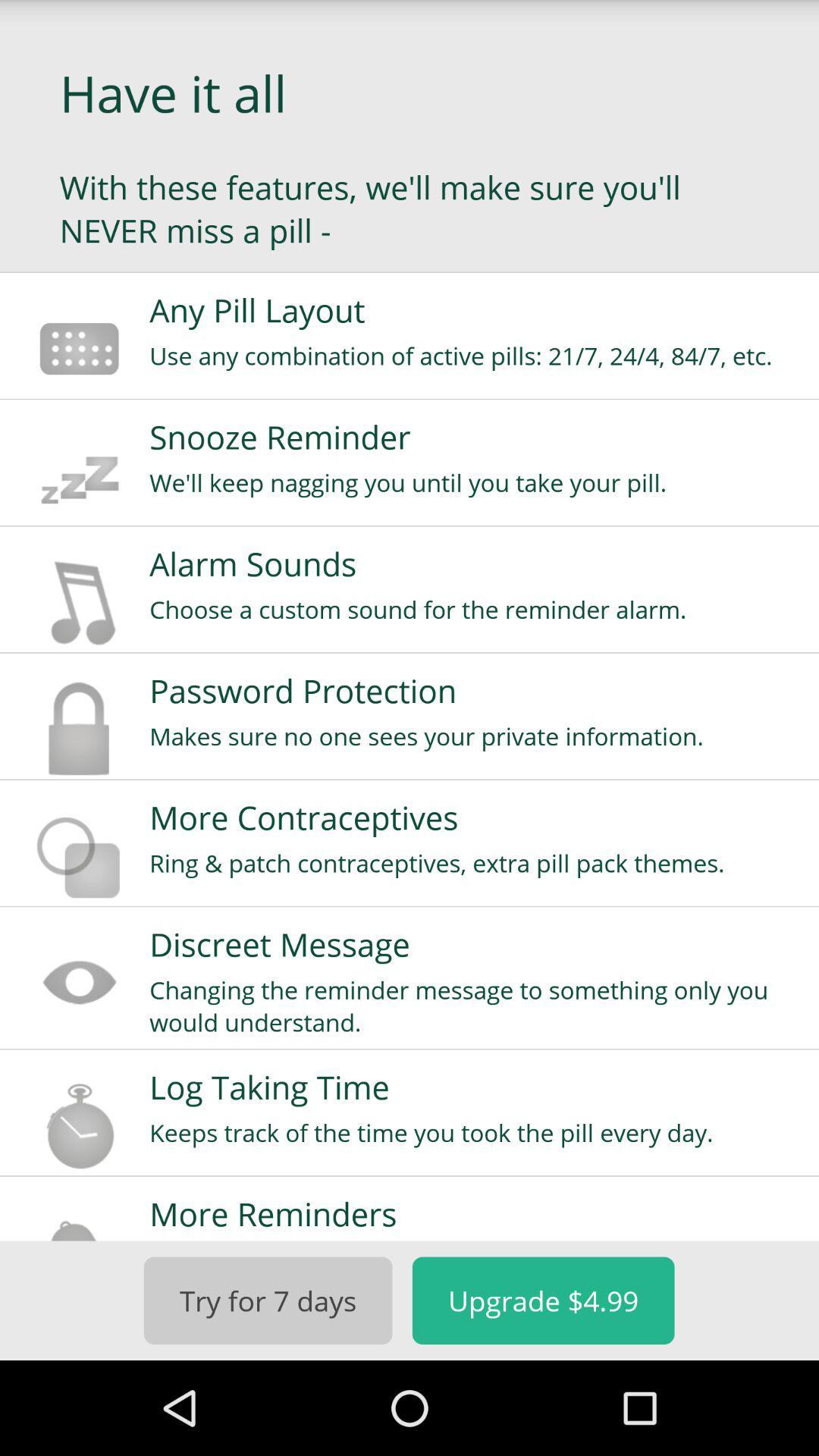  What do you see at coordinates (473, 563) in the screenshot?
I see `alarm sounds icon` at bounding box center [473, 563].